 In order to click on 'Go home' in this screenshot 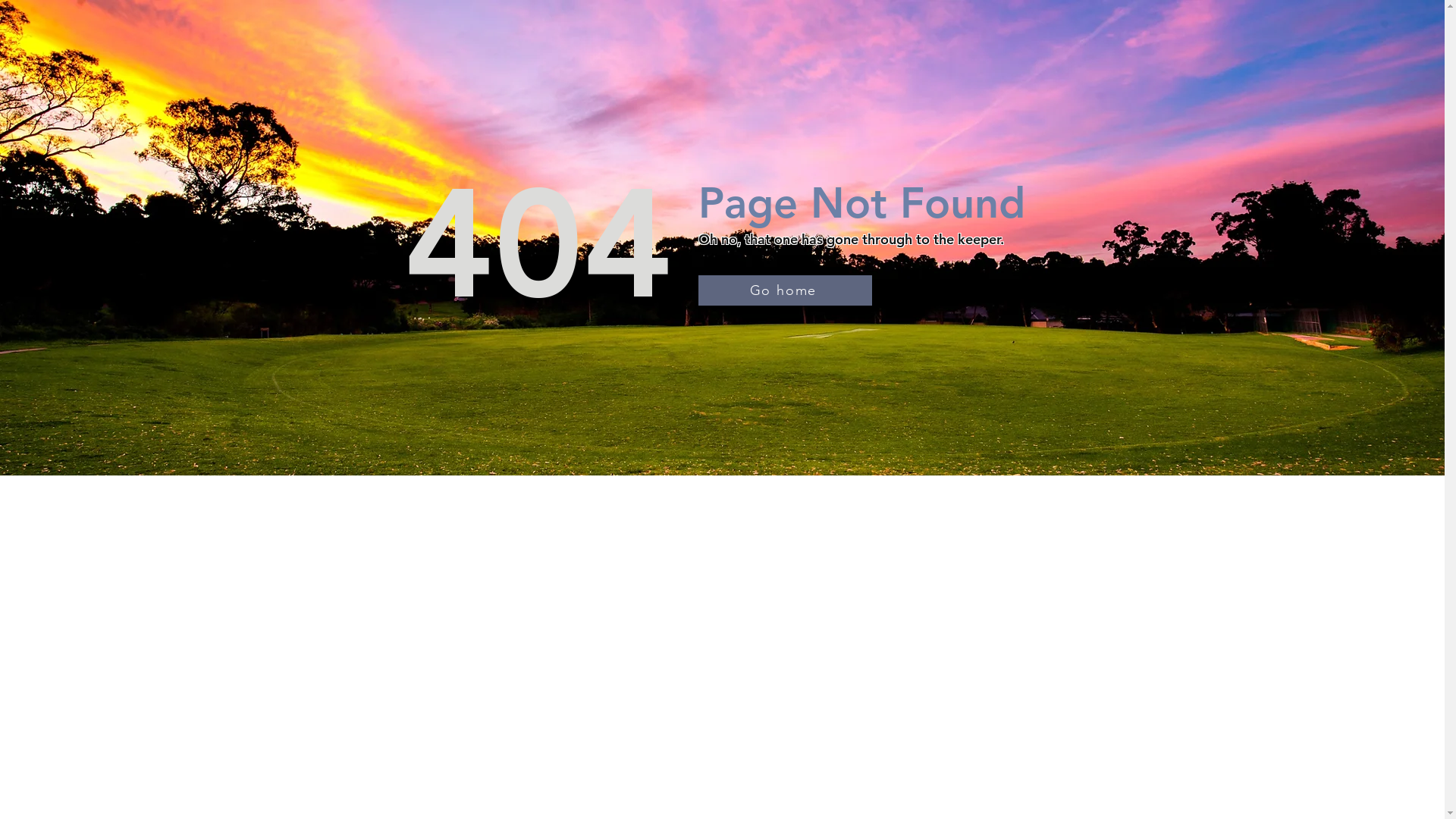, I will do `click(784, 290)`.